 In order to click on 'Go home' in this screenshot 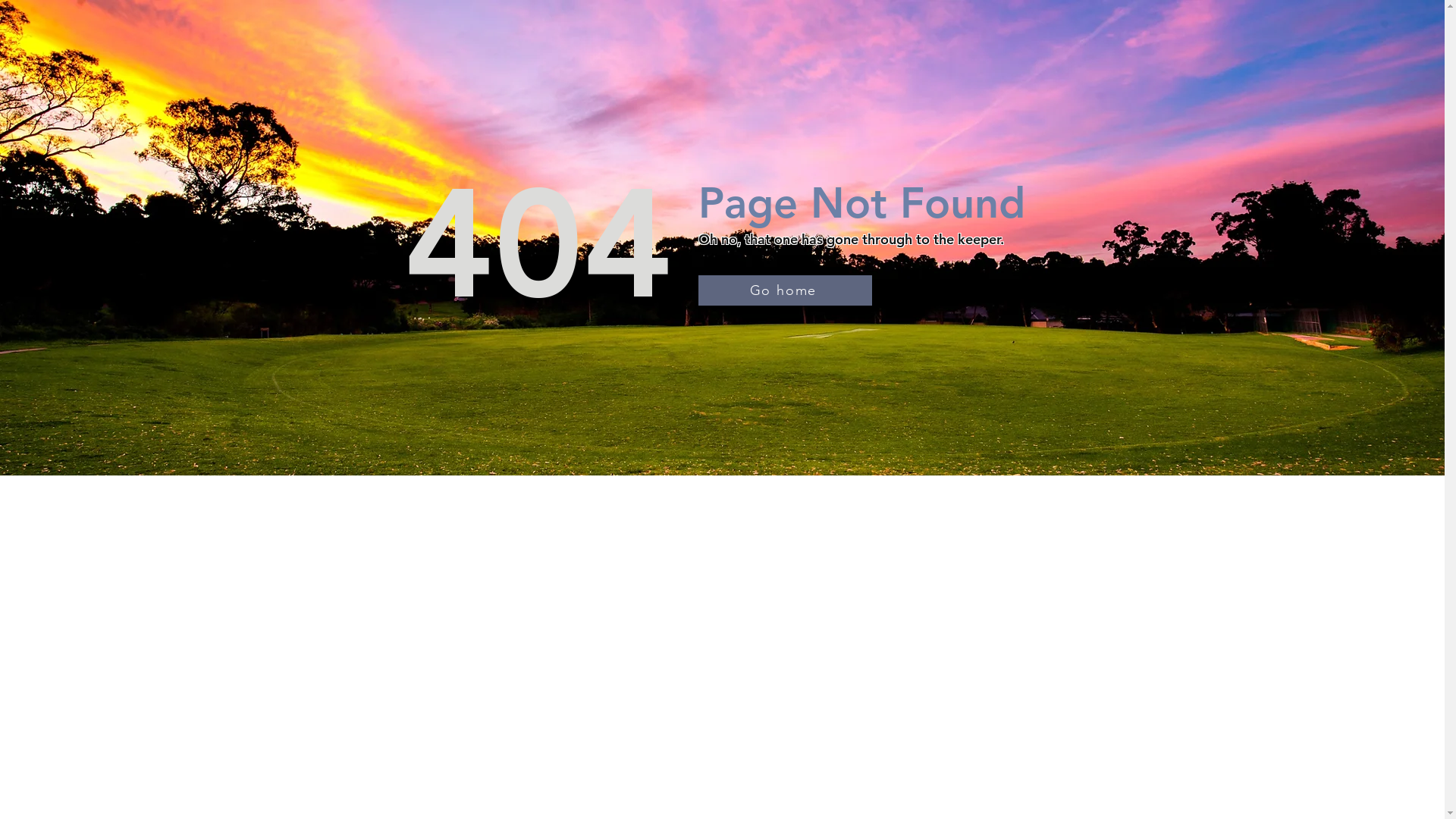, I will do `click(784, 290)`.